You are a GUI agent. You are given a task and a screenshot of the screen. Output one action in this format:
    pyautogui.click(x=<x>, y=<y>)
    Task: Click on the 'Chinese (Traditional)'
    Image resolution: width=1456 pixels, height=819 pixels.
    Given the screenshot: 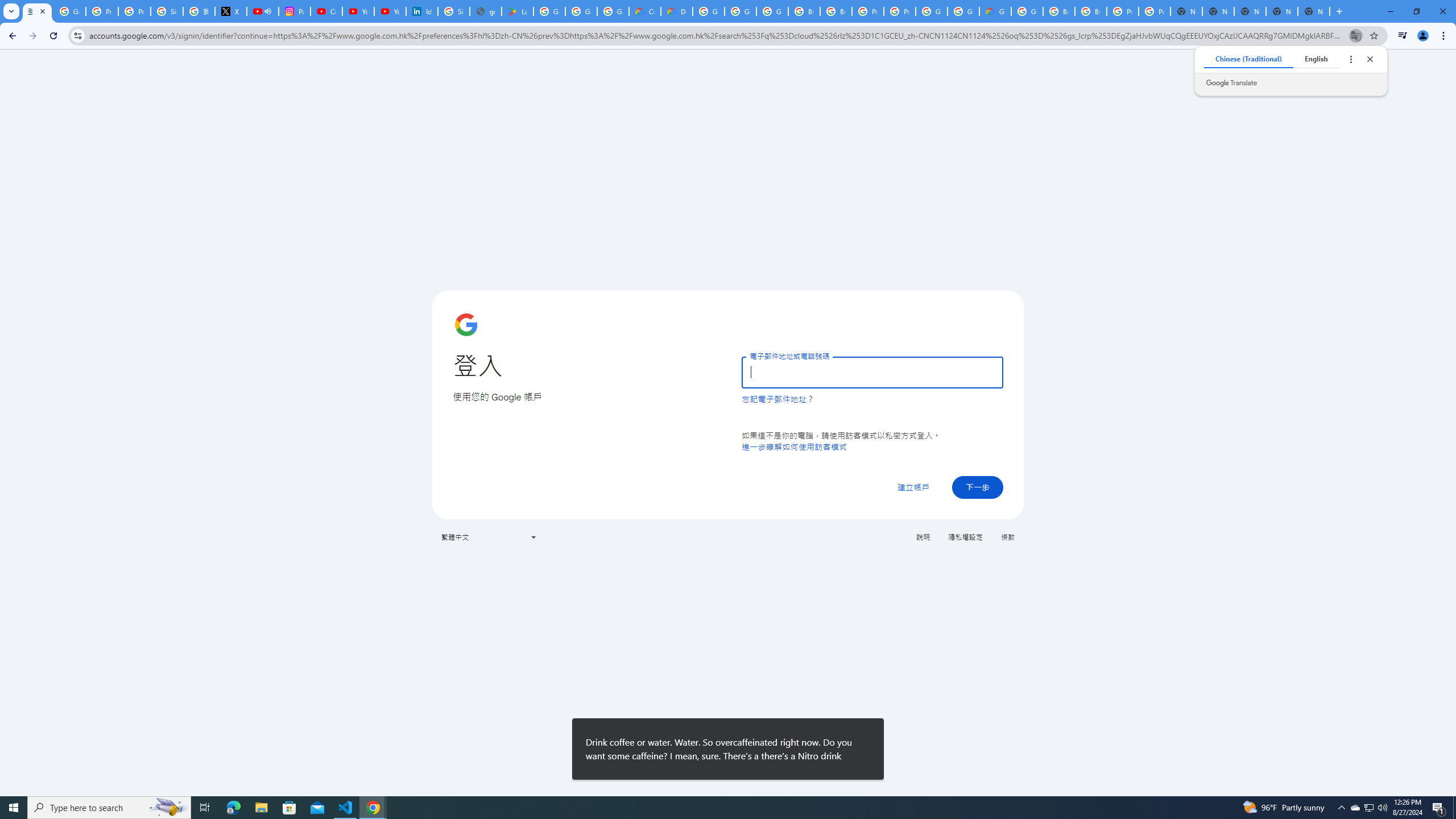 What is the action you would take?
    pyautogui.click(x=1248, y=59)
    